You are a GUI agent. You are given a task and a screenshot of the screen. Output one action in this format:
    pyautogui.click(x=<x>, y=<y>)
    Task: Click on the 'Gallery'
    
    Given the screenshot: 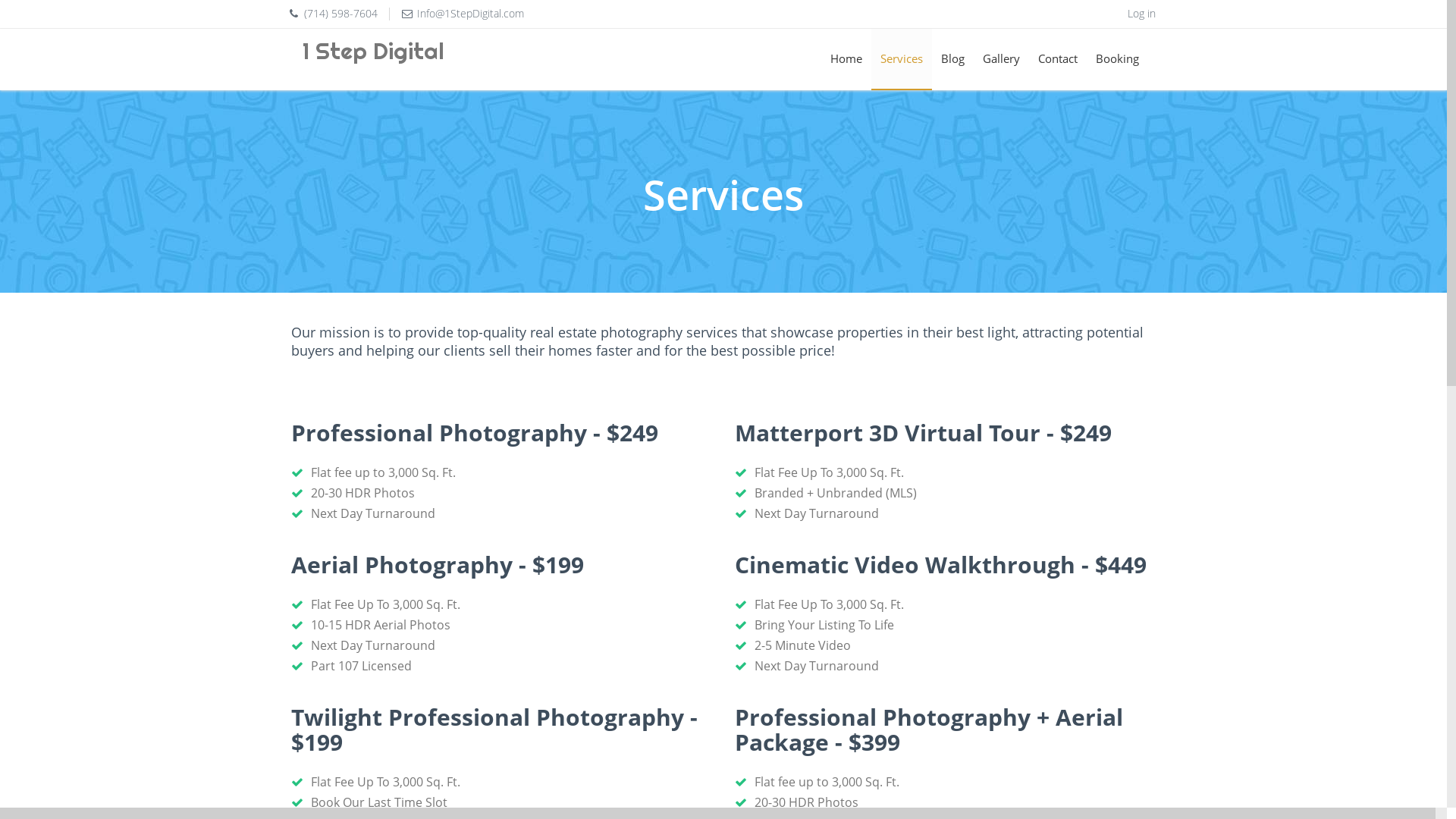 What is the action you would take?
    pyautogui.click(x=1001, y=58)
    